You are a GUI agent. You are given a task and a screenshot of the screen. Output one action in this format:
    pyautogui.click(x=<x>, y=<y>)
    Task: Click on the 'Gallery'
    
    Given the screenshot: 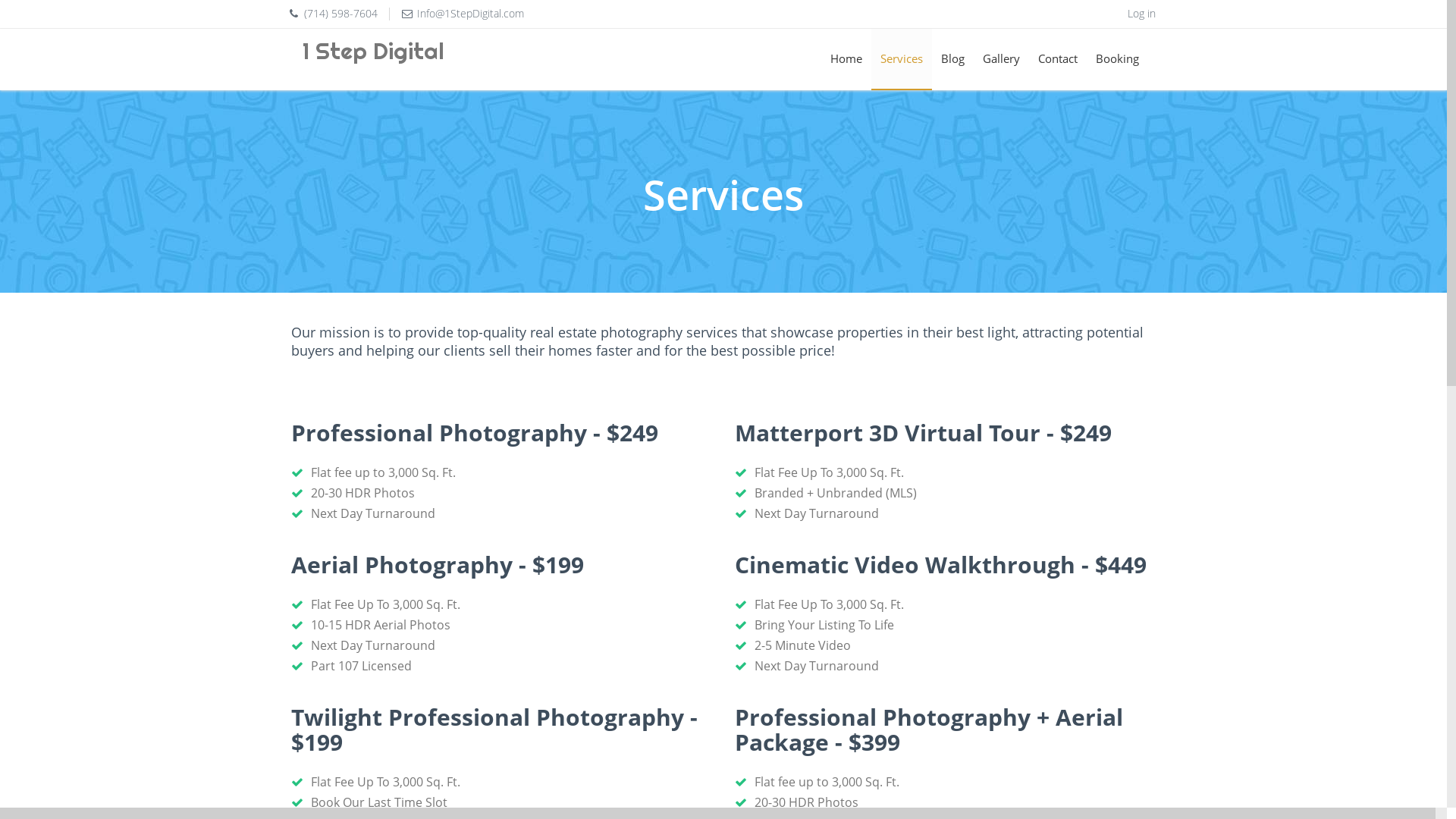 What is the action you would take?
    pyautogui.click(x=1001, y=58)
    